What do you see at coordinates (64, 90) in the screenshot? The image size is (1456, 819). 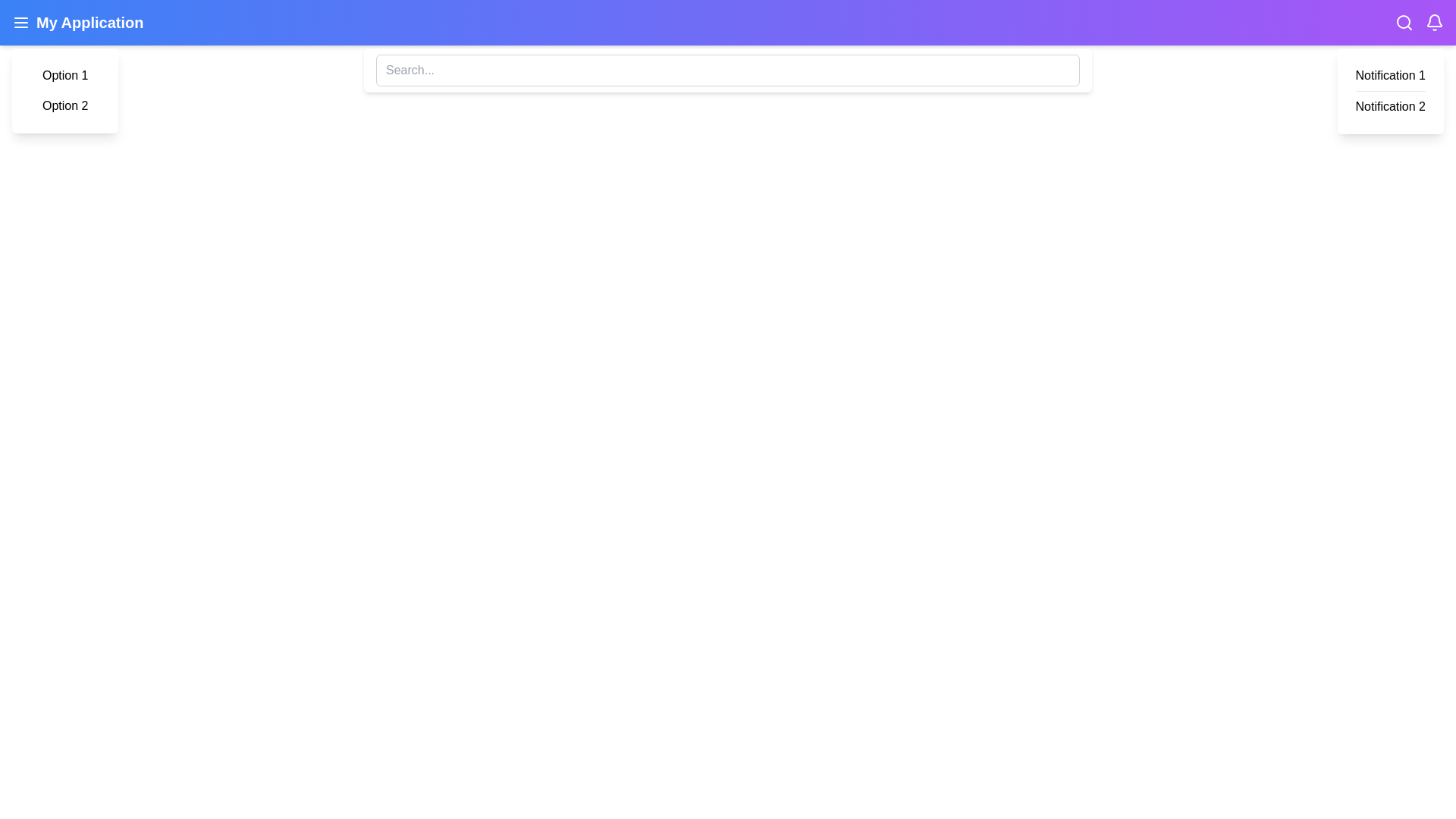 I see `the list item group containing 'Option 1' and 'Option 2'` at bounding box center [64, 90].